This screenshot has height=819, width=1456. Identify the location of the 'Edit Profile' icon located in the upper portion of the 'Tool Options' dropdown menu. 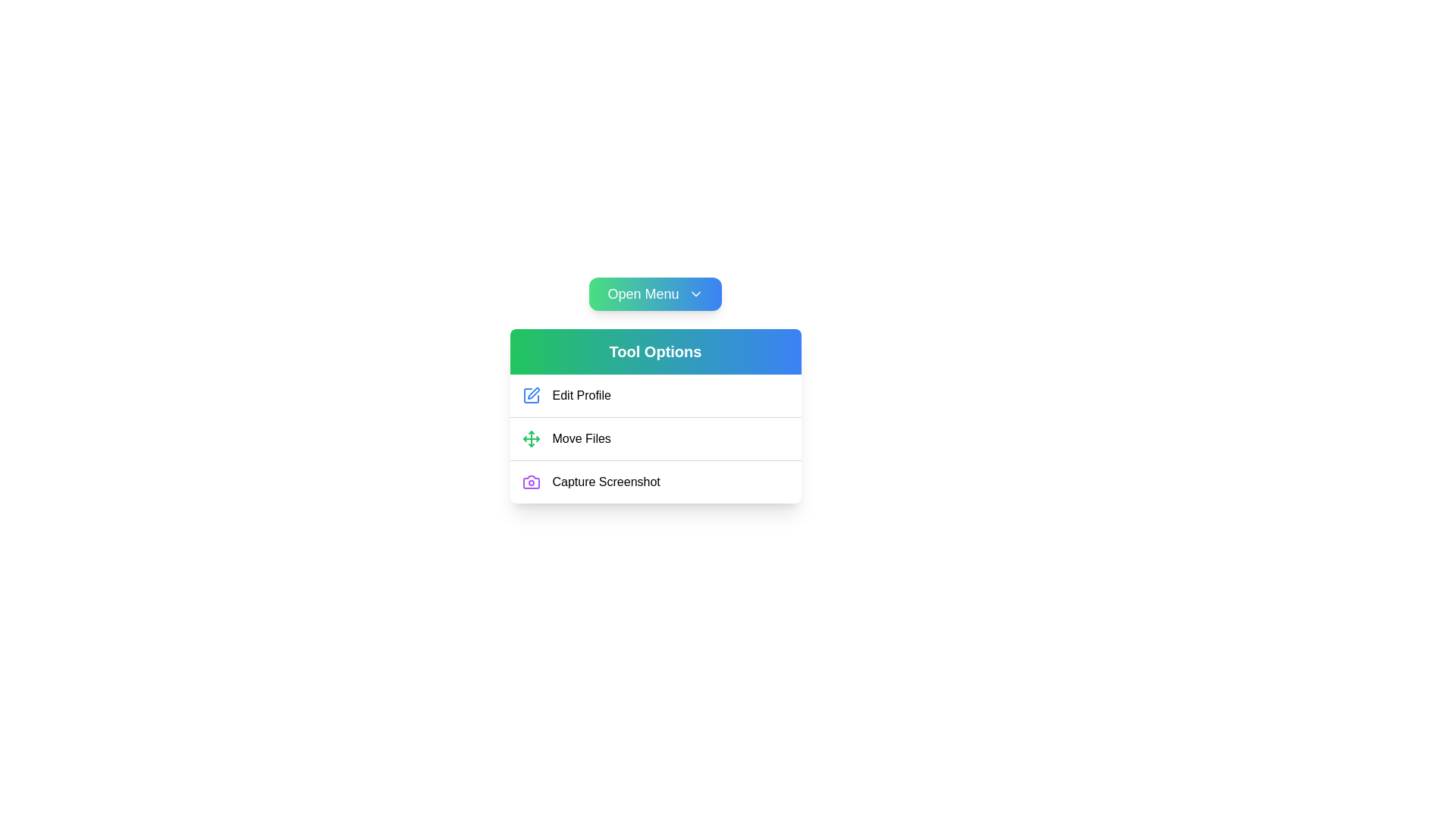
(533, 393).